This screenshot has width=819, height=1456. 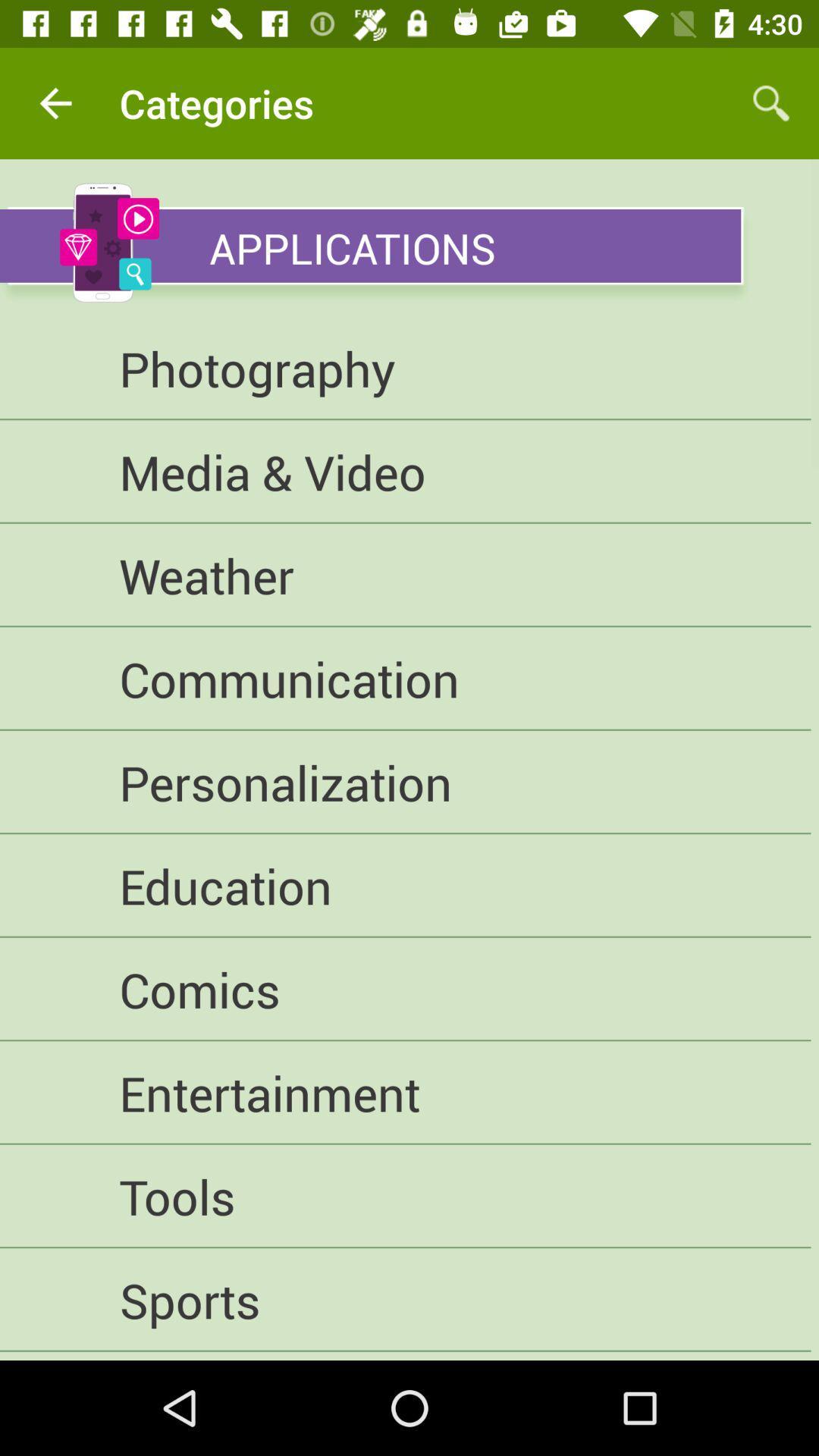 What do you see at coordinates (771, 102) in the screenshot?
I see `item at the top right corner` at bounding box center [771, 102].